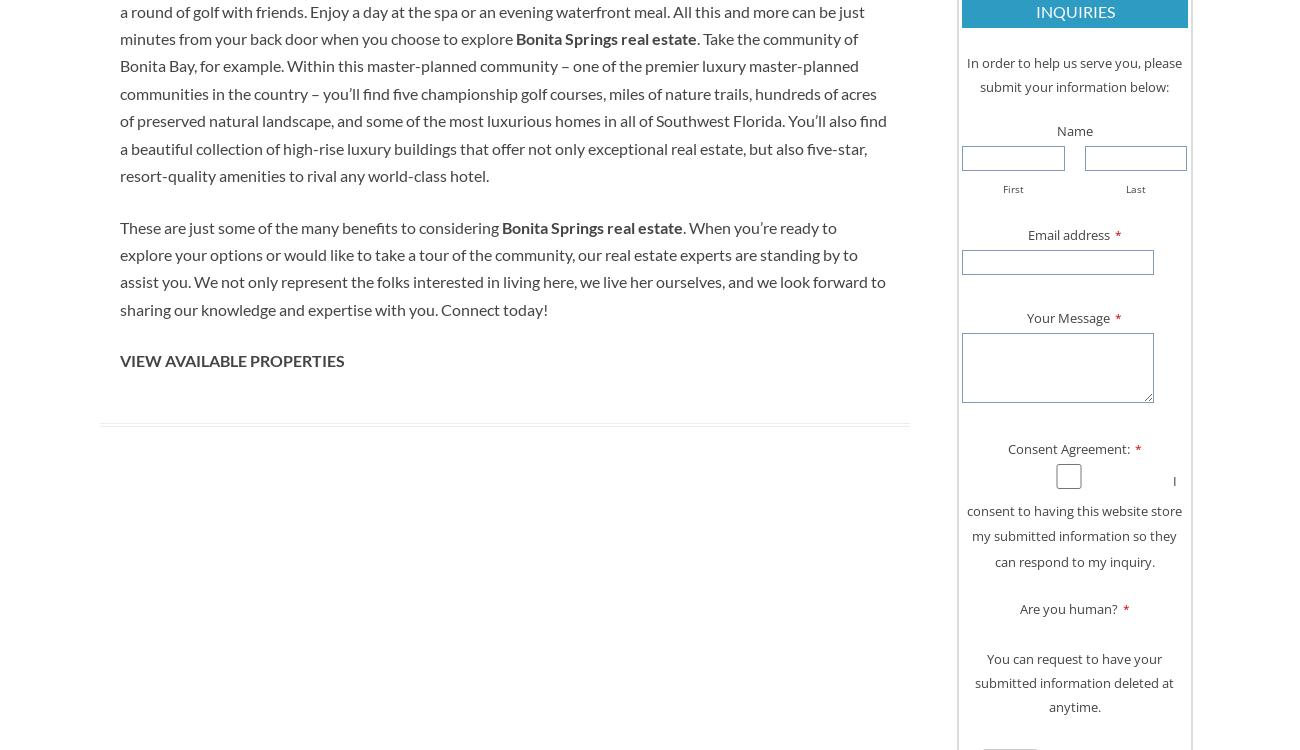 The width and height of the screenshot is (1300, 750). Describe the element at coordinates (683, 225) in the screenshot. I see `'.'` at that location.